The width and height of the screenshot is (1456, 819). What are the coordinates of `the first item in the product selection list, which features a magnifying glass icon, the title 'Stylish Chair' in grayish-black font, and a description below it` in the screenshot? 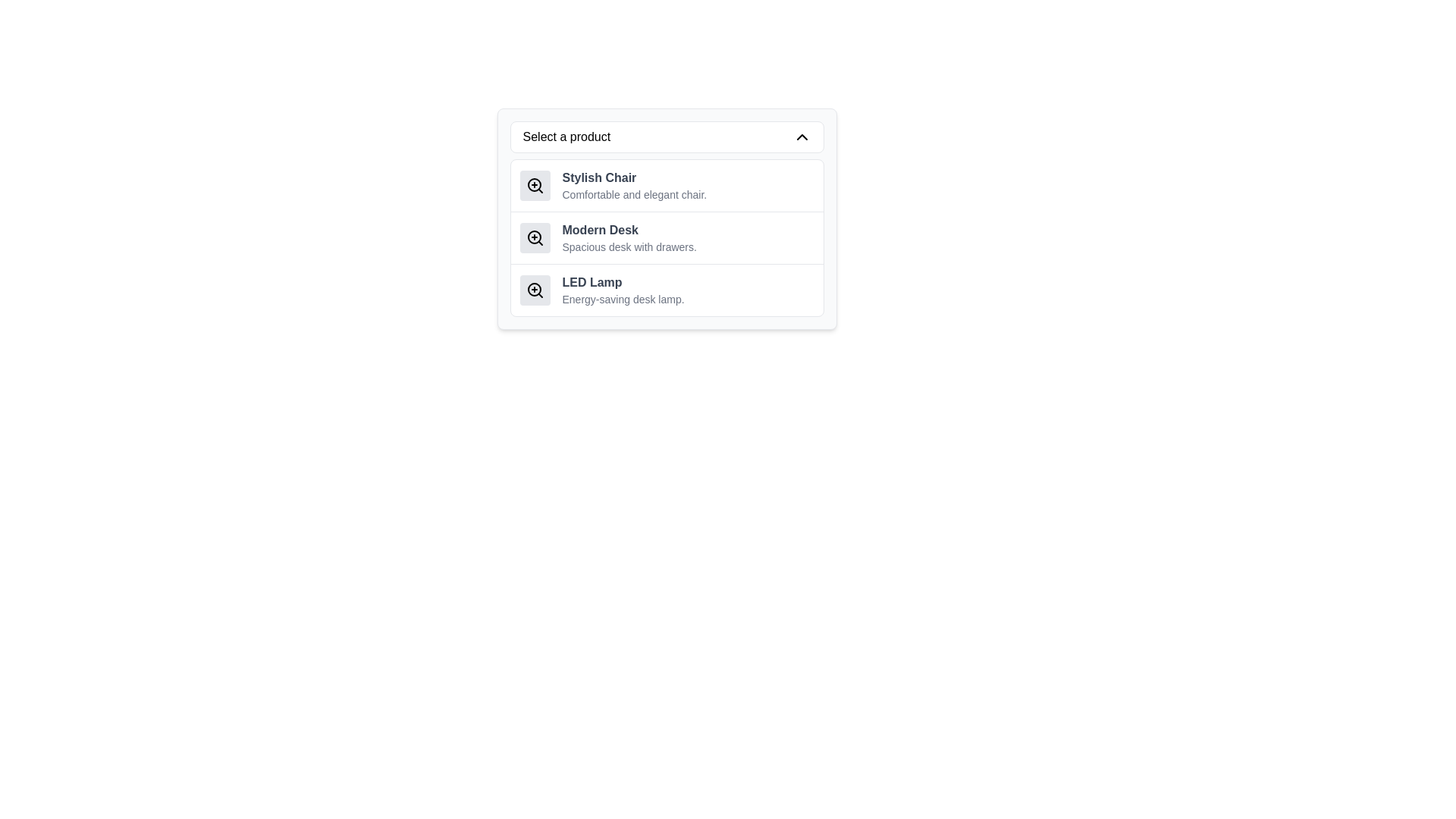 It's located at (667, 185).